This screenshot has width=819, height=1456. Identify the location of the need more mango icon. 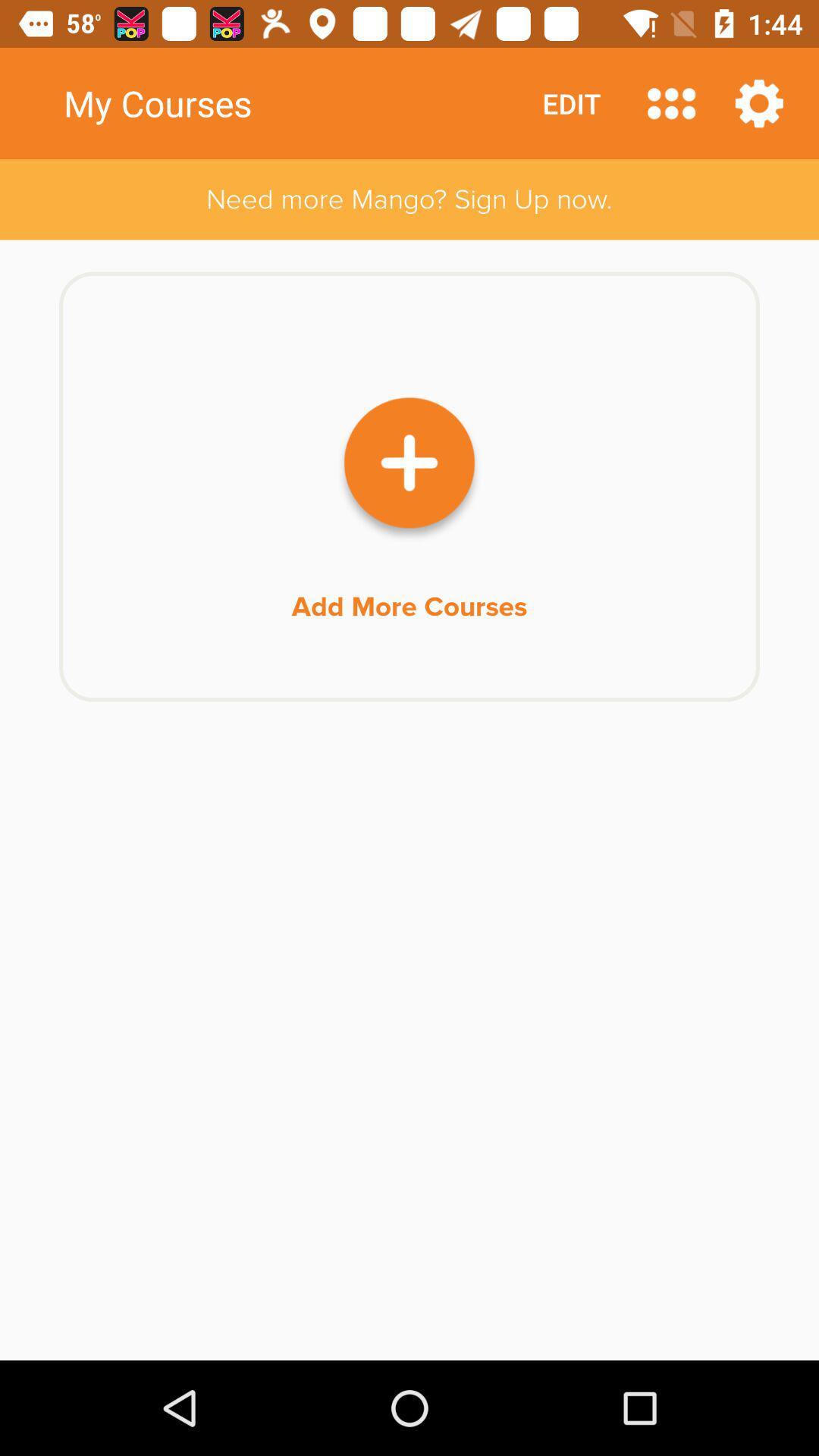
(409, 199).